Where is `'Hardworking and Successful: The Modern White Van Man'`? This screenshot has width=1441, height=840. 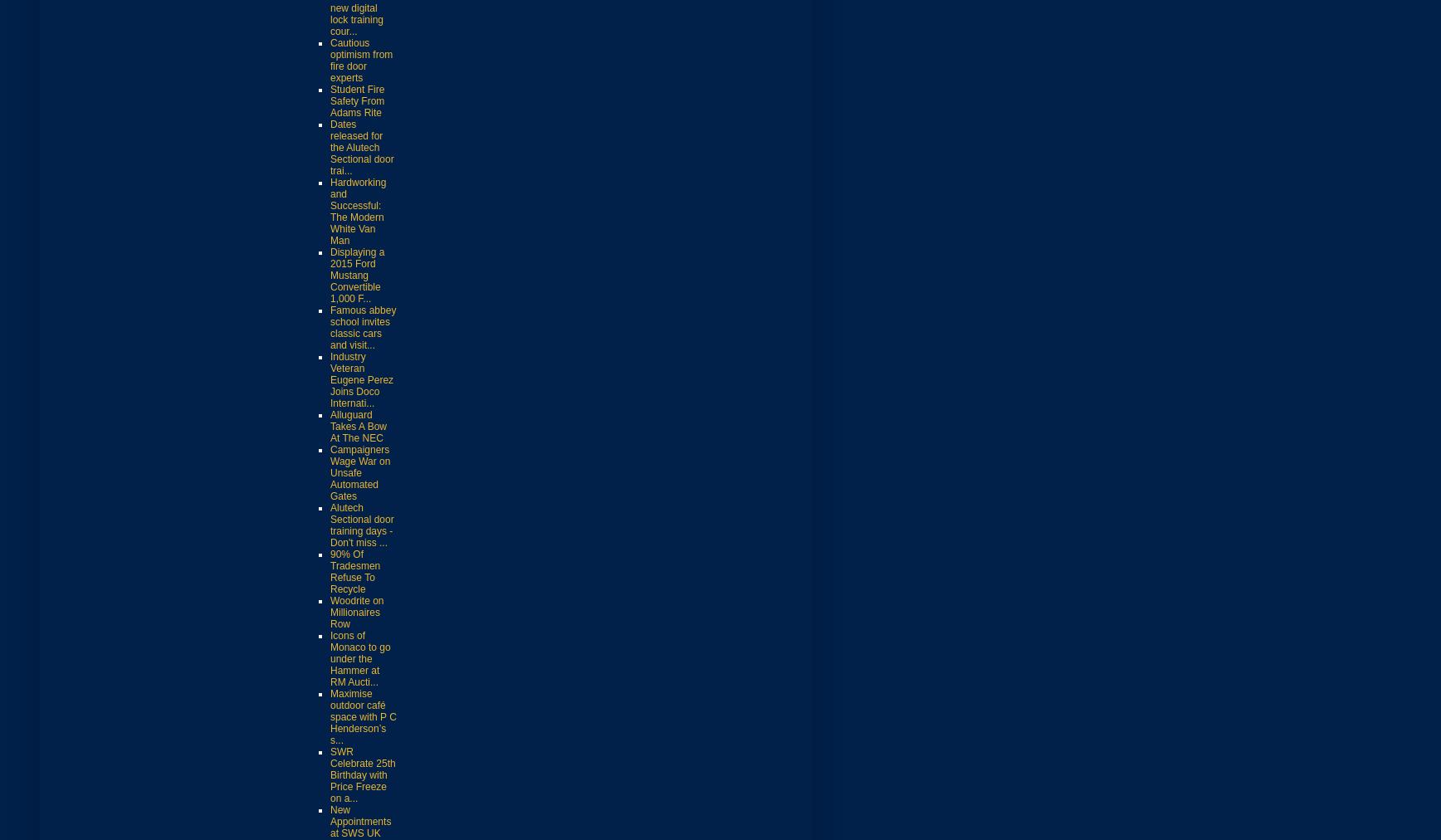 'Hardworking and Successful: The Modern White Van Man' is located at coordinates (330, 210).